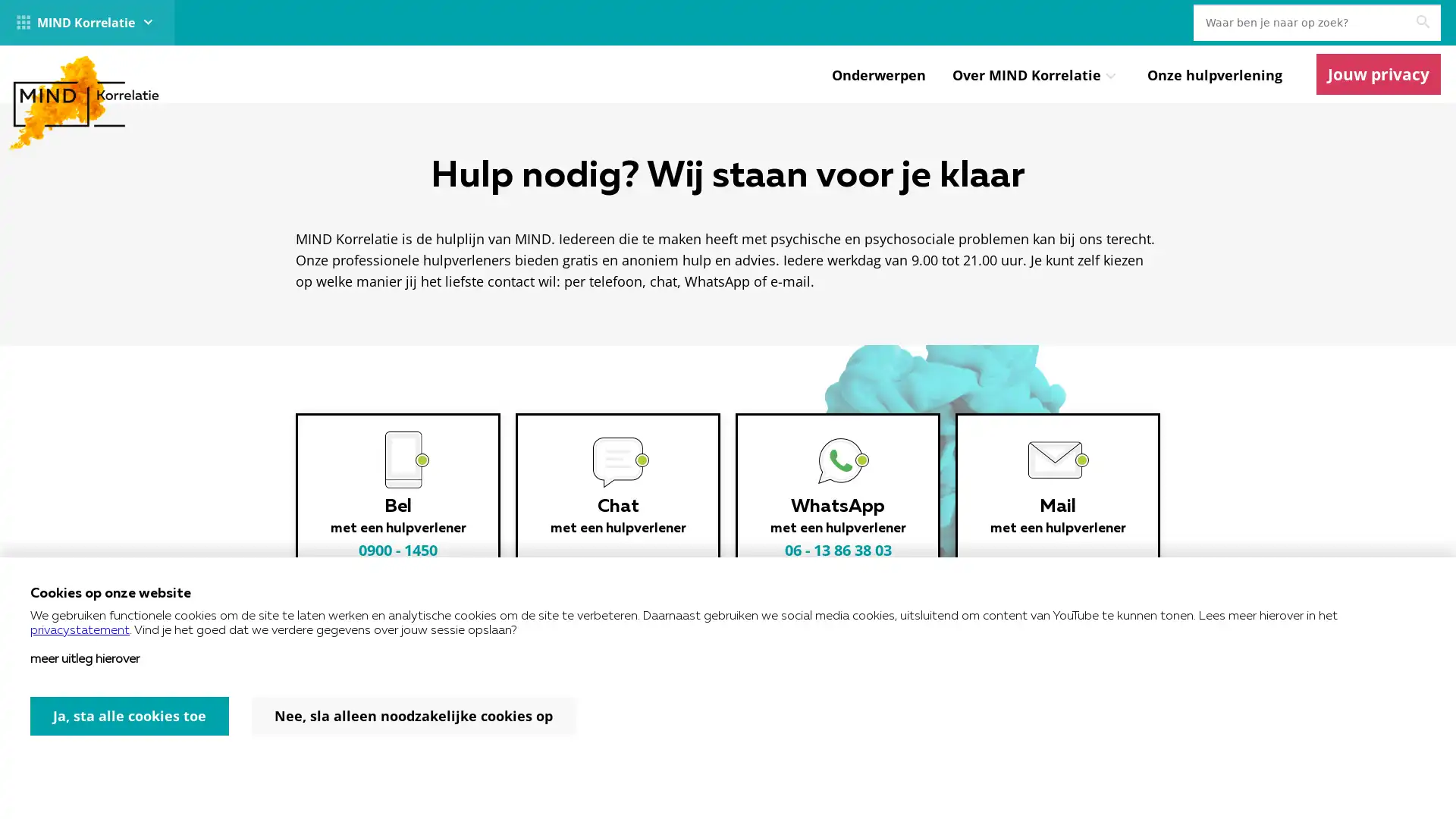 Image resolution: width=1456 pixels, height=819 pixels. I want to click on Nee, sla alleen noodzakelijke cookies op, so click(413, 716).